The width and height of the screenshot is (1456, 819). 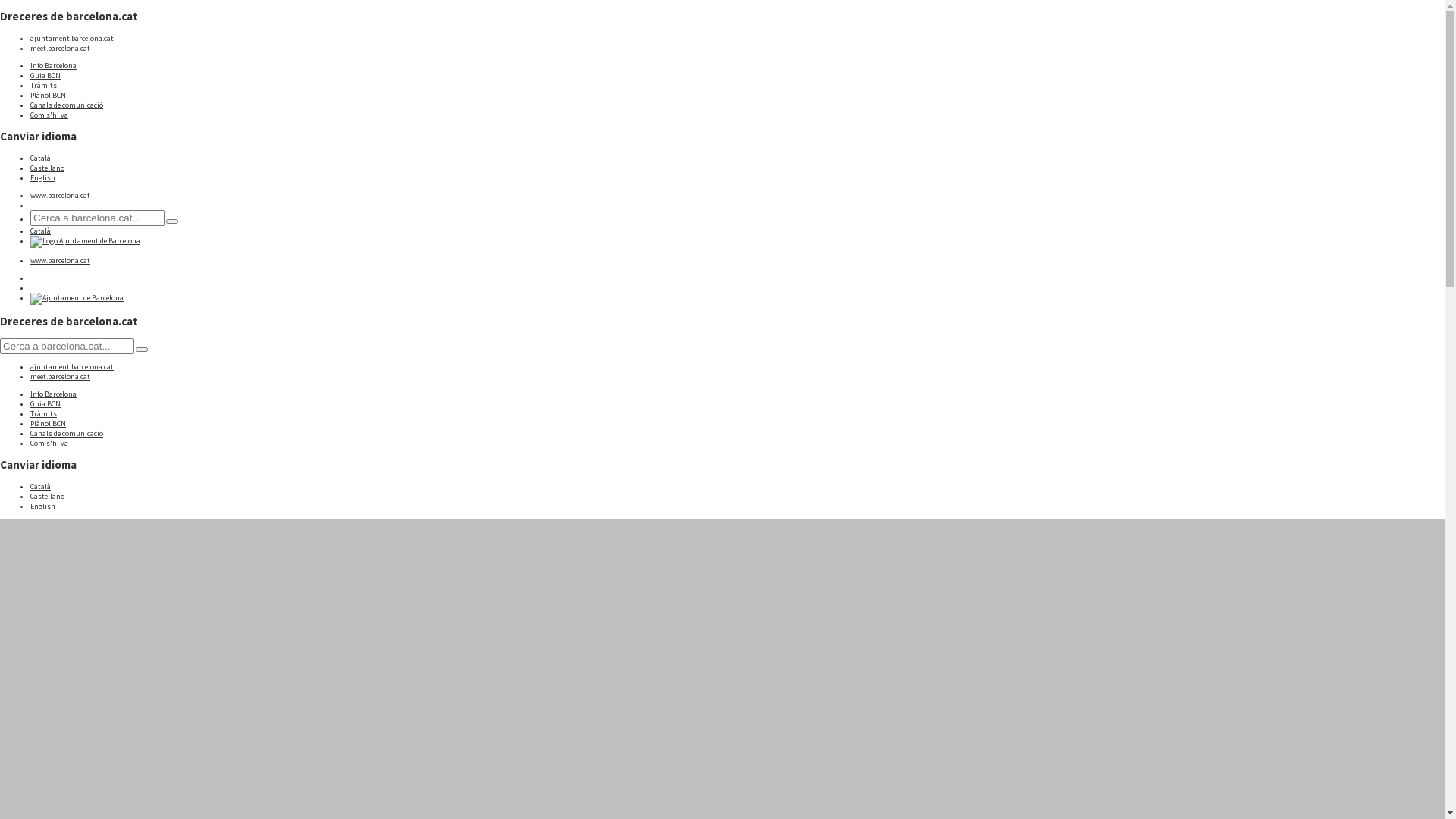 What do you see at coordinates (47, 496) in the screenshot?
I see `'Castellano'` at bounding box center [47, 496].